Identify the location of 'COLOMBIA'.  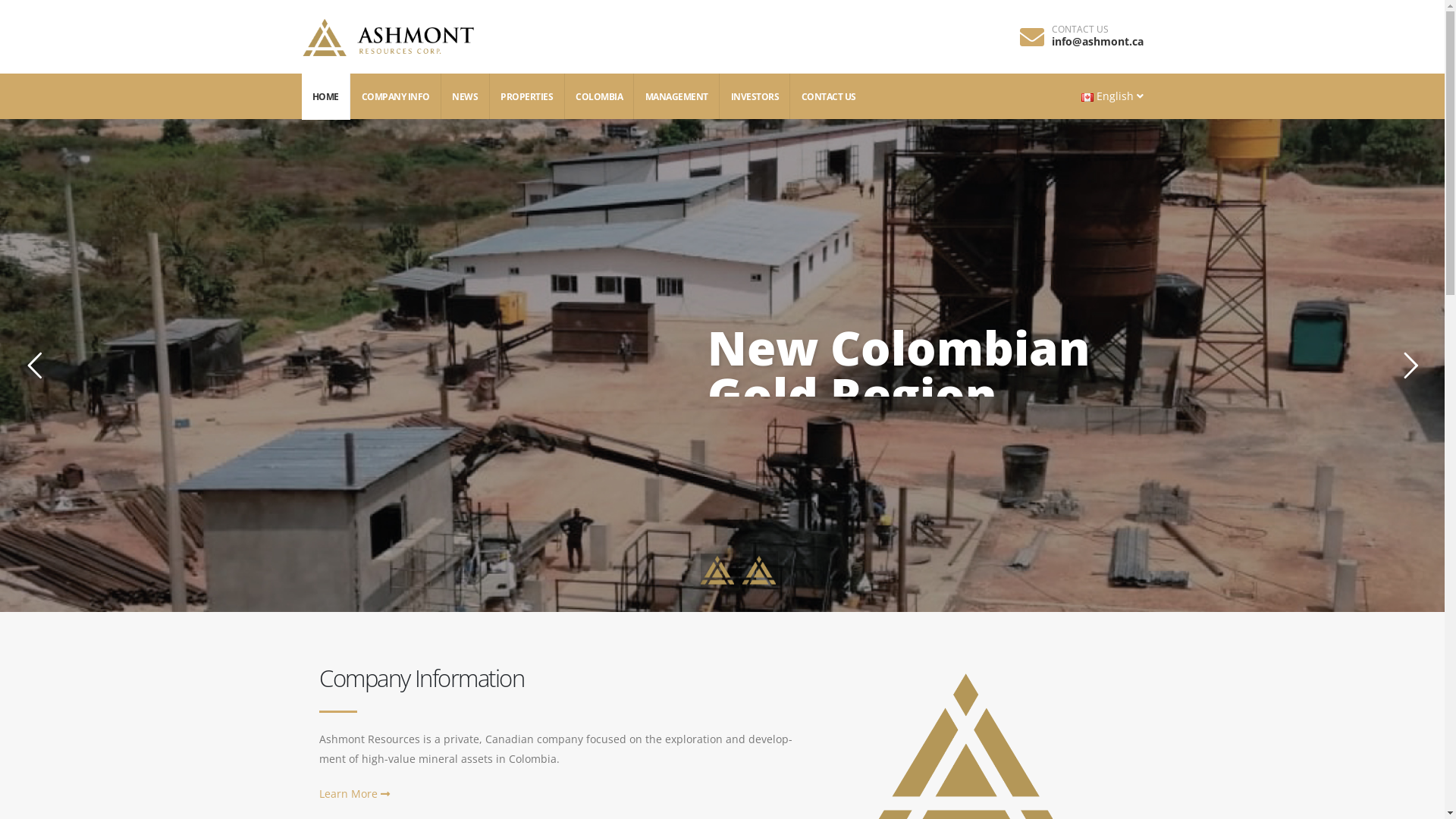
(599, 96).